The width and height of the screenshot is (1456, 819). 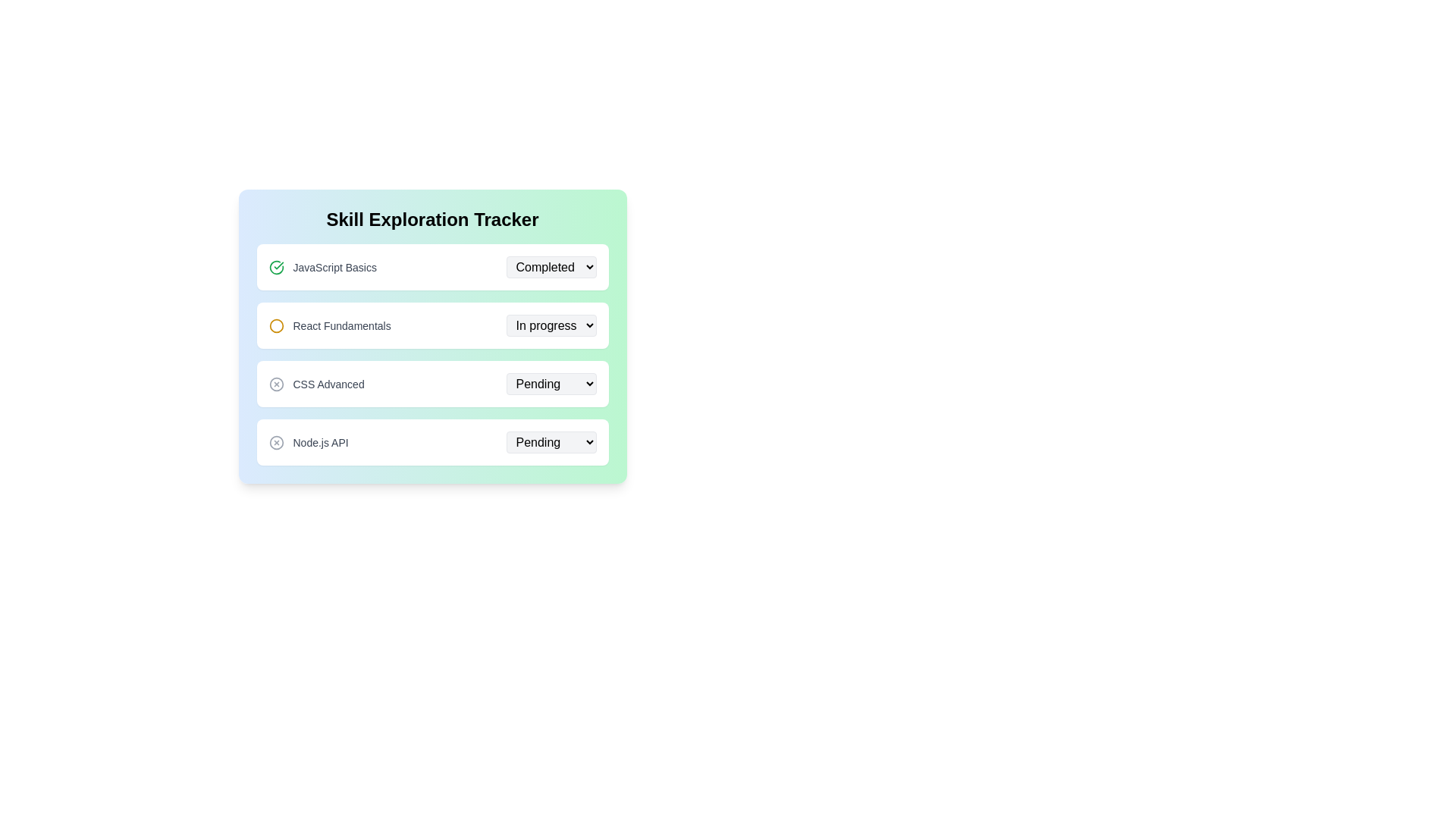 What do you see at coordinates (276, 442) in the screenshot?
I see `the status or actionable icon located at the extreme left of the 'Node.js API' row in the Skill Exploration Tracker module` at bounding box center [276, 442].